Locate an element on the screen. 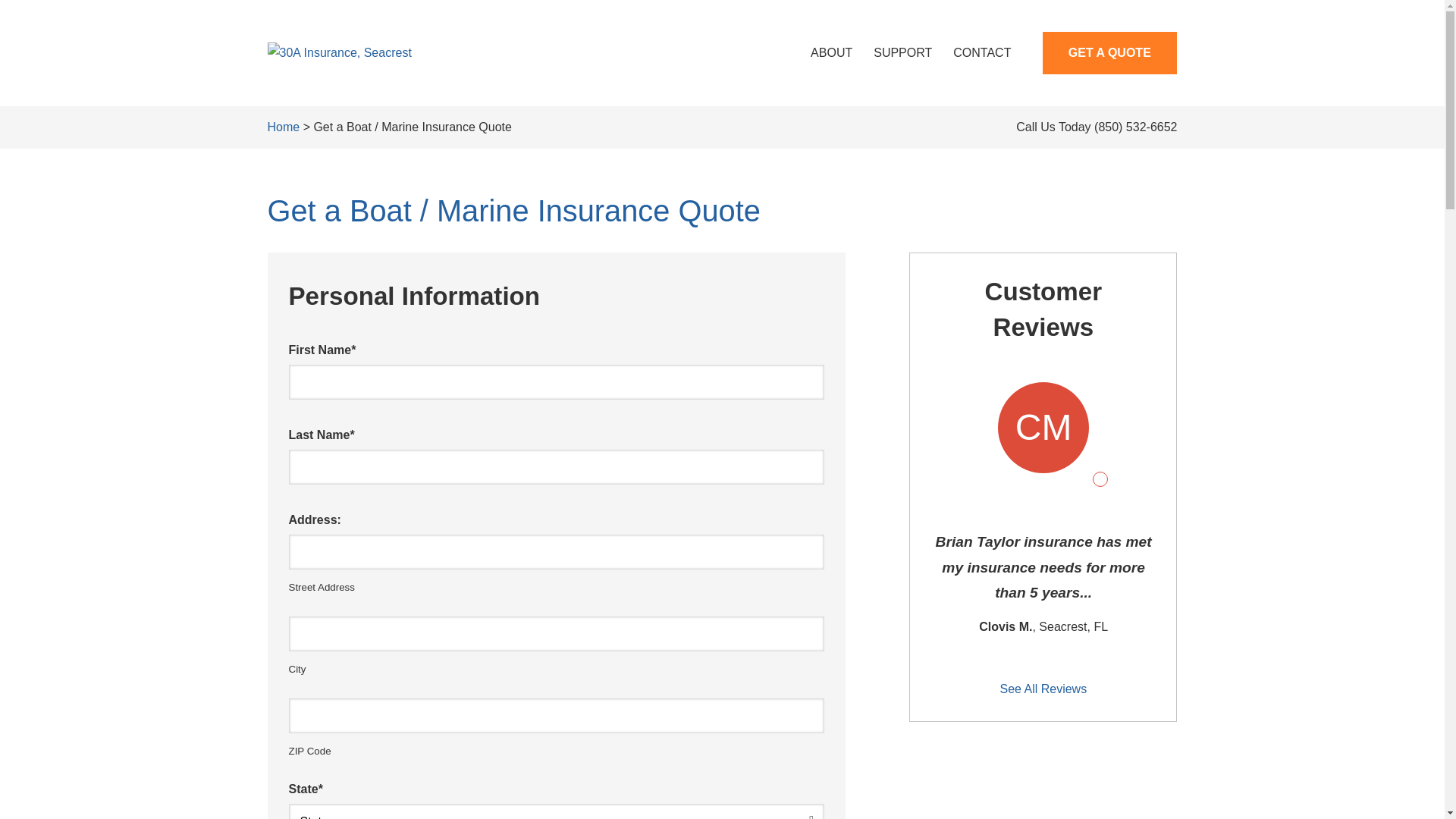 This screenshot has height=819, width=1456. 'Home' is located at coordinates (283, 126).